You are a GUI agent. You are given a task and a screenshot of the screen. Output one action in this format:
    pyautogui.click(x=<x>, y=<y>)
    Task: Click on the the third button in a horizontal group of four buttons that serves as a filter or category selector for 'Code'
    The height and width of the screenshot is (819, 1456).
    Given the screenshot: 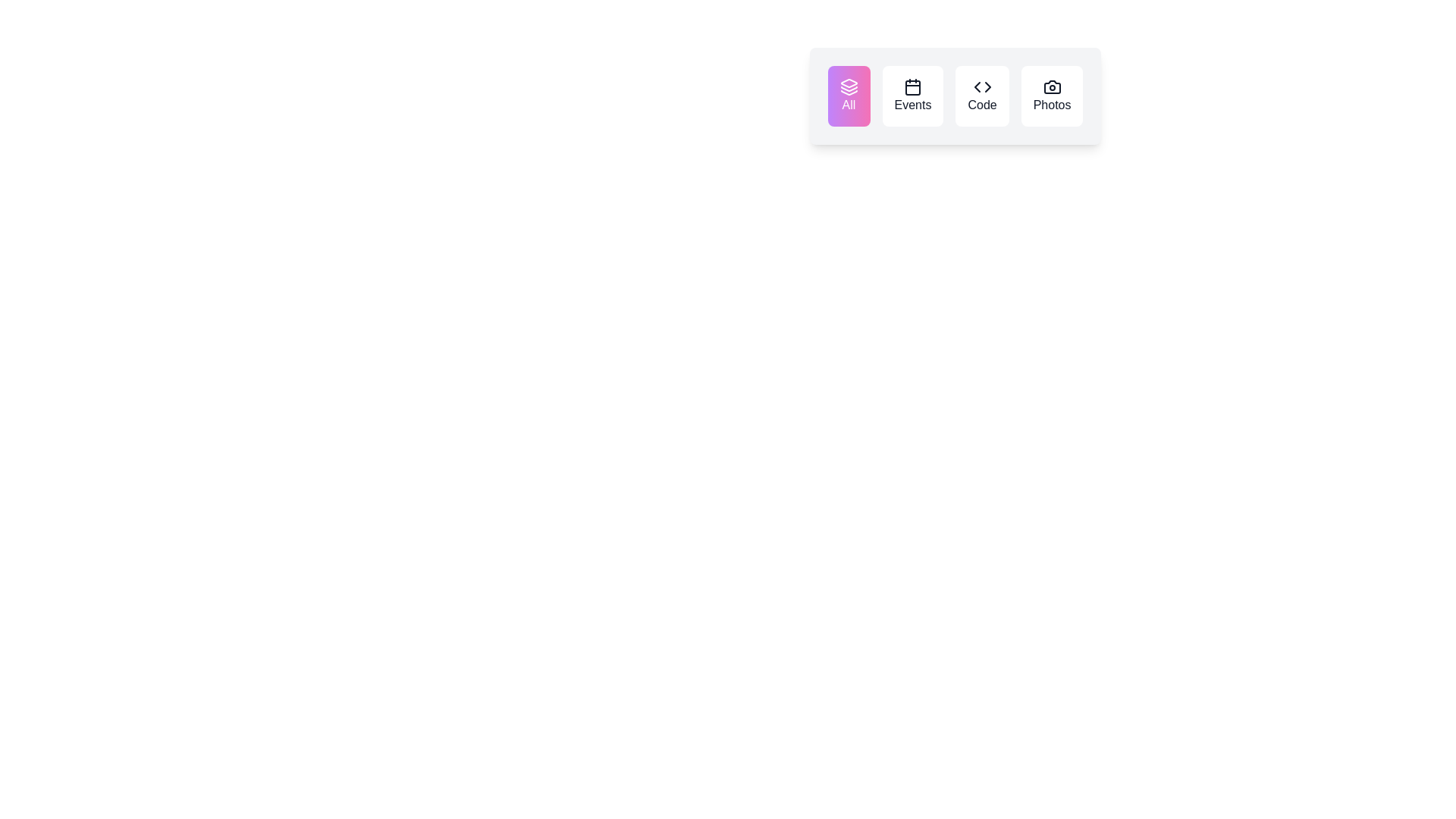 What is the action you would take?
    pyautogui.click(x=953, y=96)
    